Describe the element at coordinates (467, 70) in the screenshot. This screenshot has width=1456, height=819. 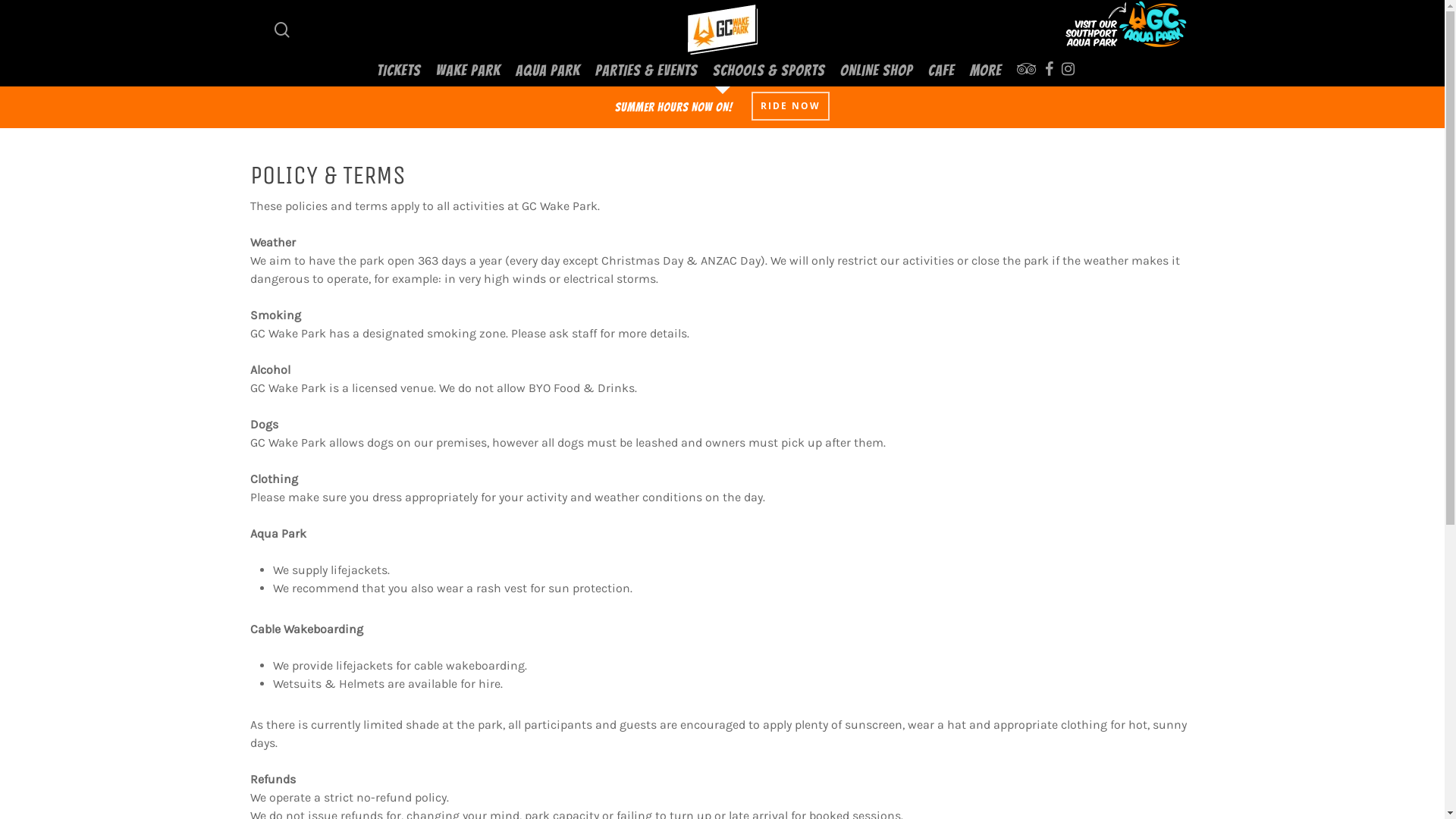
I see `'WAKE PARK'` at that location.